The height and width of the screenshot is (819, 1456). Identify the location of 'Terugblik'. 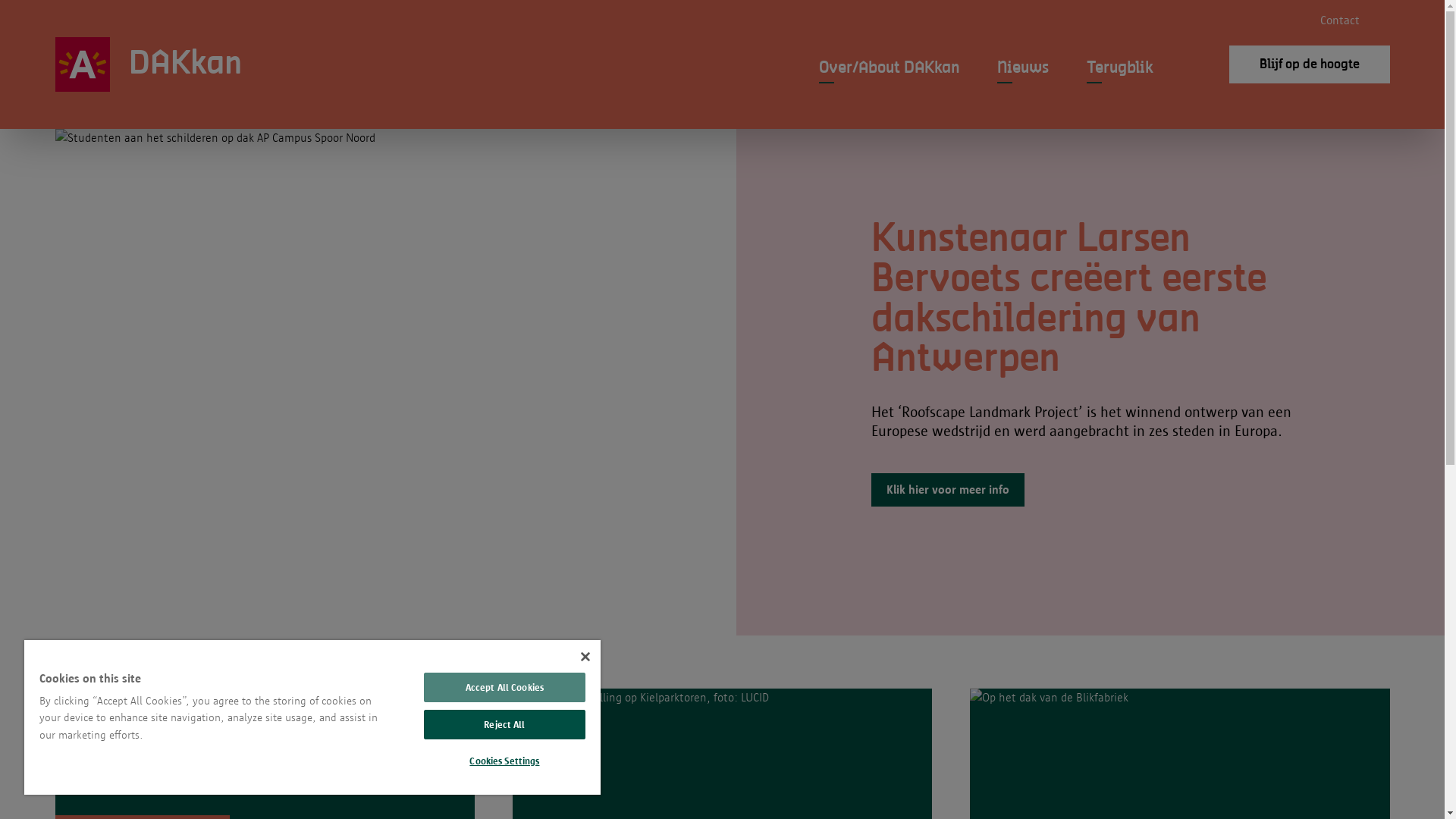
(1084, 72).